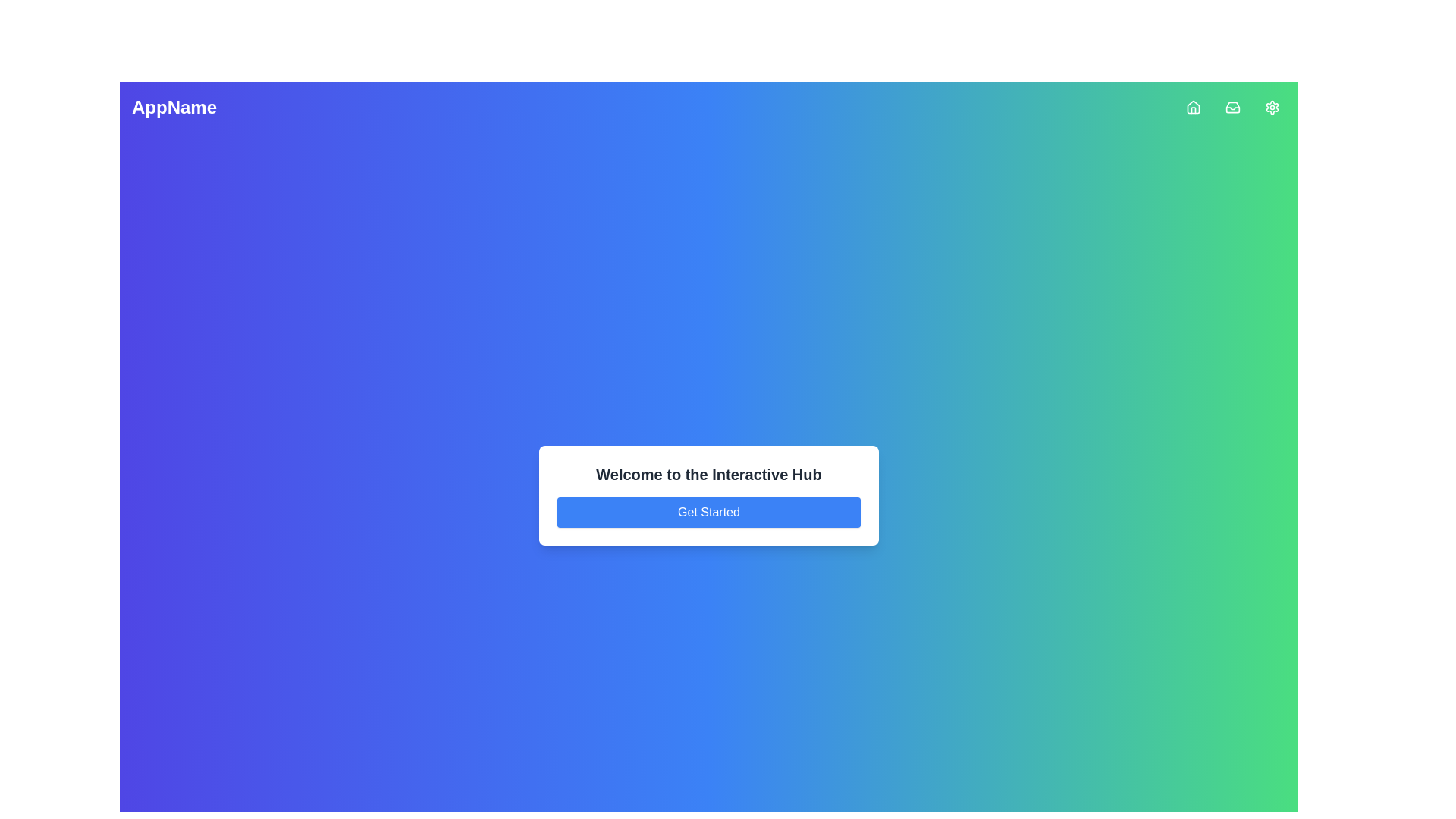 This screenshot has height=819, width=1456. I want to click on the heading text label at the top of the card, which provides a welcome message to users, so click(708, 473).